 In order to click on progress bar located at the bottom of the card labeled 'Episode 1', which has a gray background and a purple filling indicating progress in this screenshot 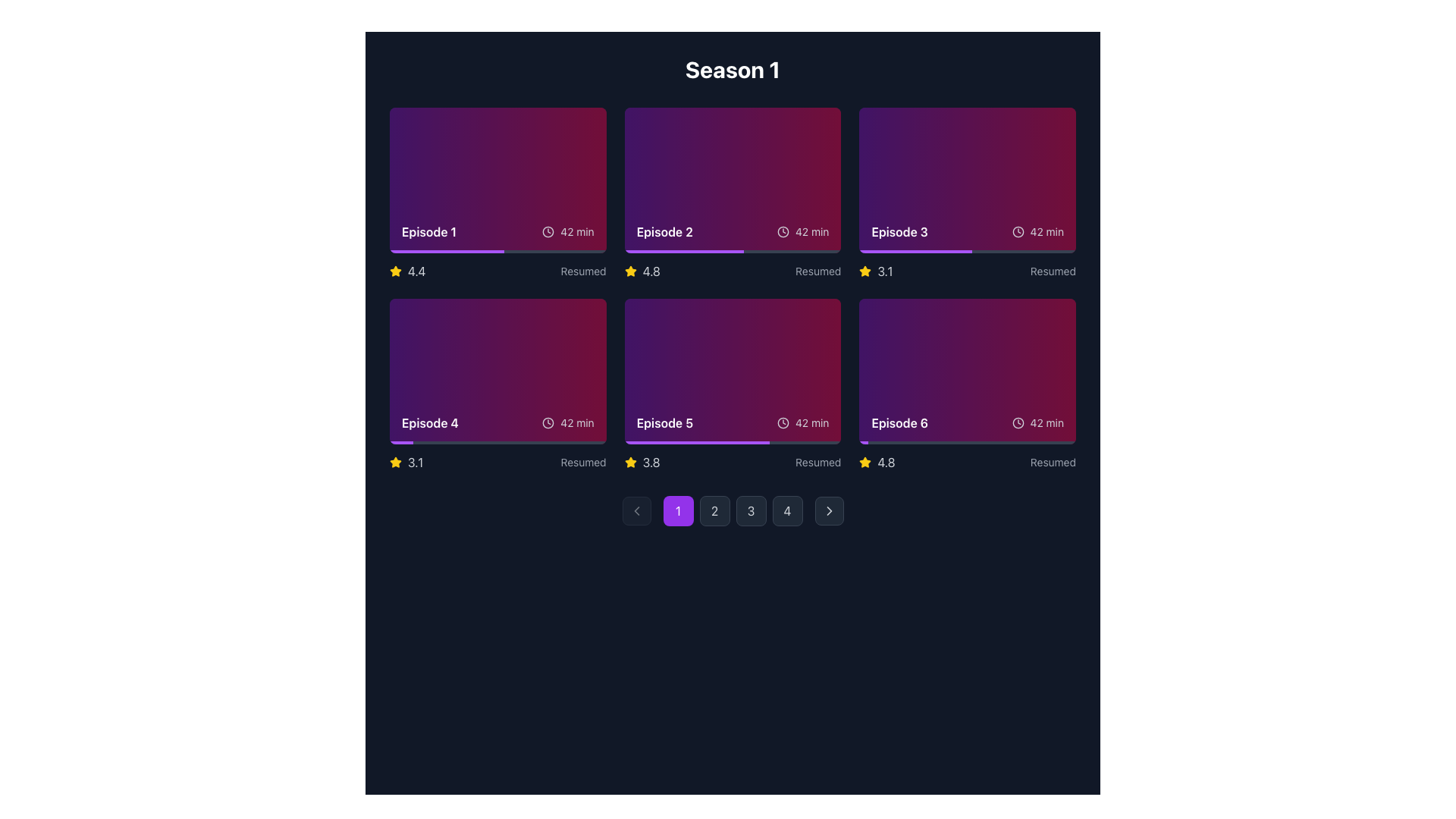, I will do `click(497, 250)`.